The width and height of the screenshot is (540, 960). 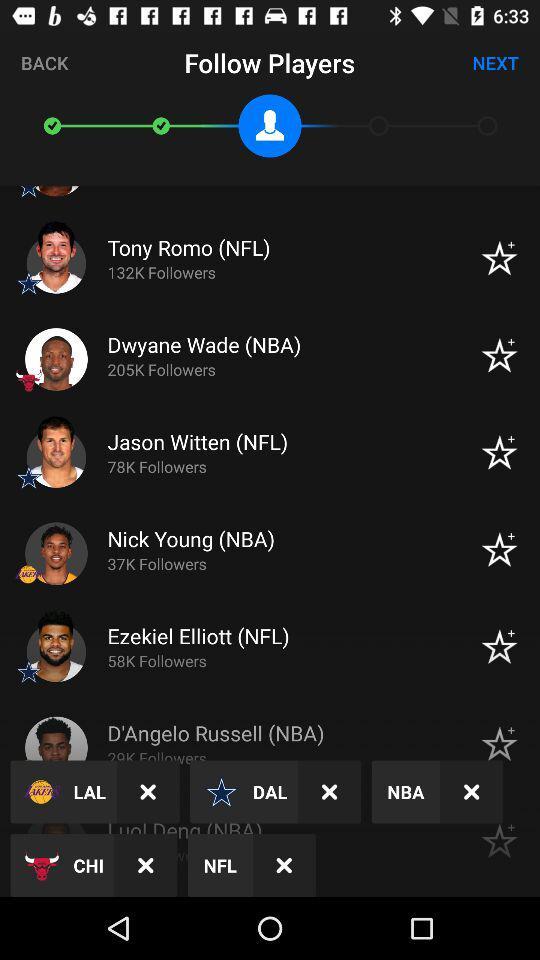 I want to click on the close icon, so click(x=147, y=792).